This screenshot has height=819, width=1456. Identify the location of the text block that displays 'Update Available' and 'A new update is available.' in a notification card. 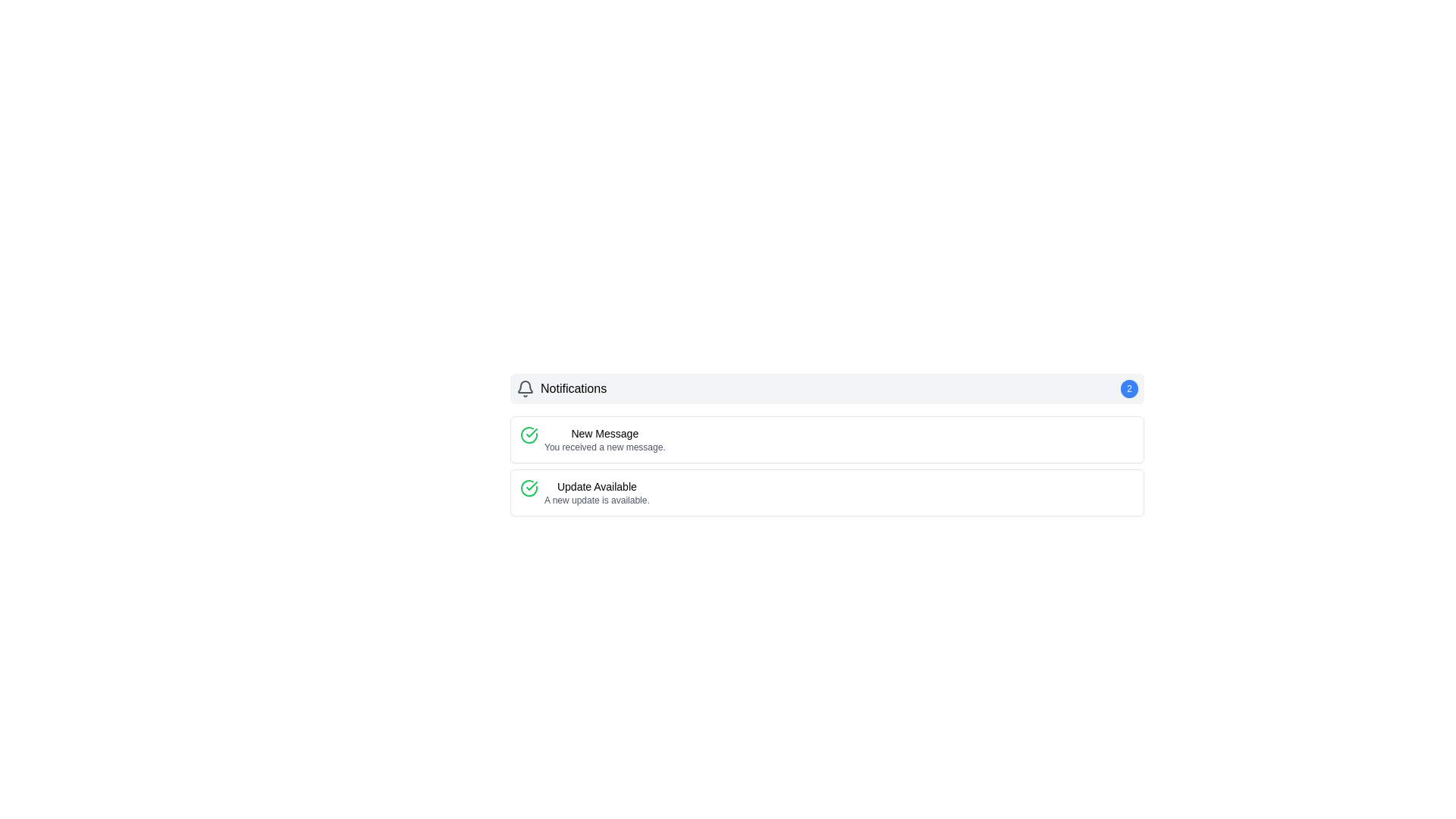
(596, 493).